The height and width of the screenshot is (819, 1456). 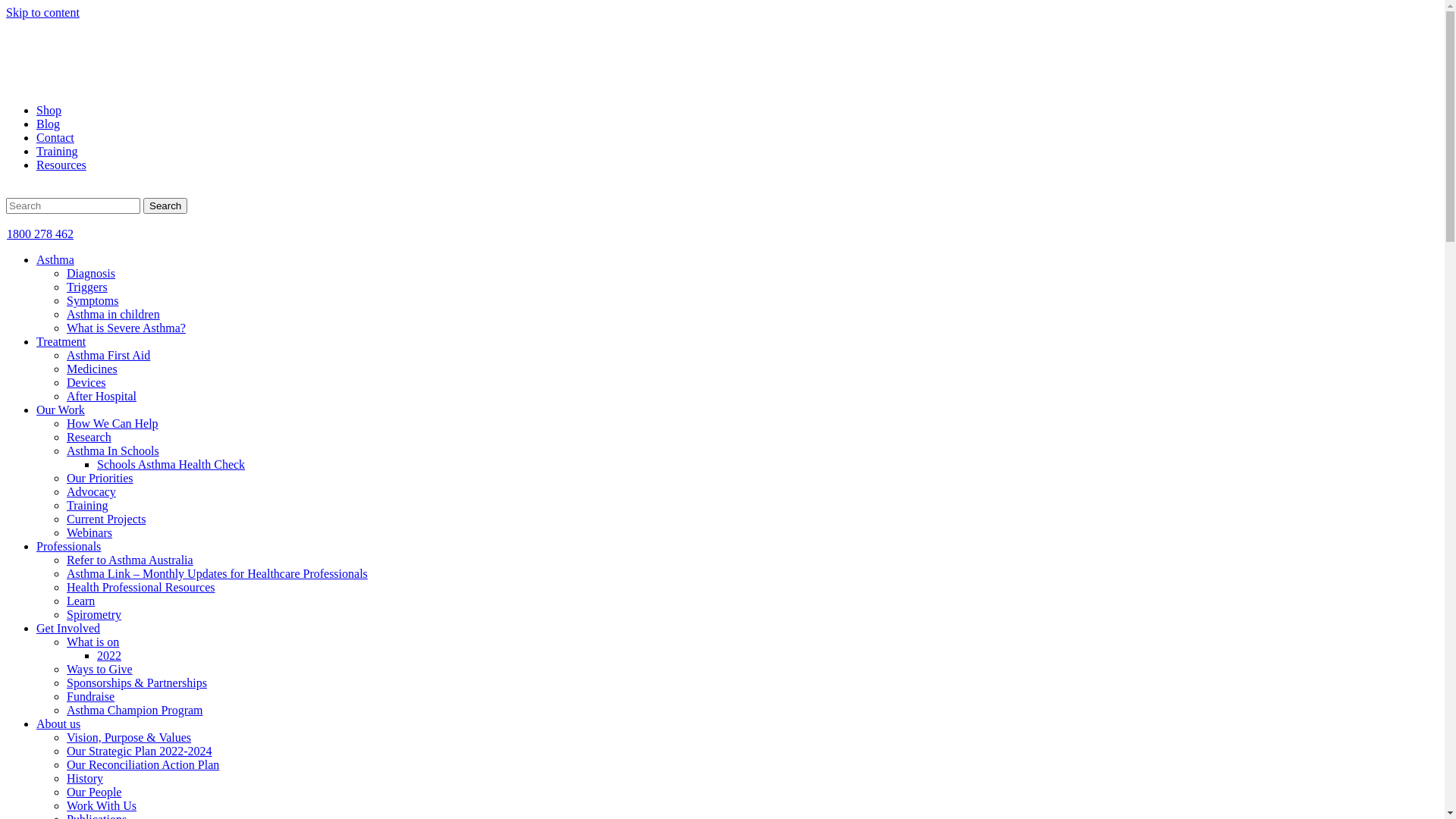 I want to click on 'Health Professional Resources', so click(x=141, y=586).